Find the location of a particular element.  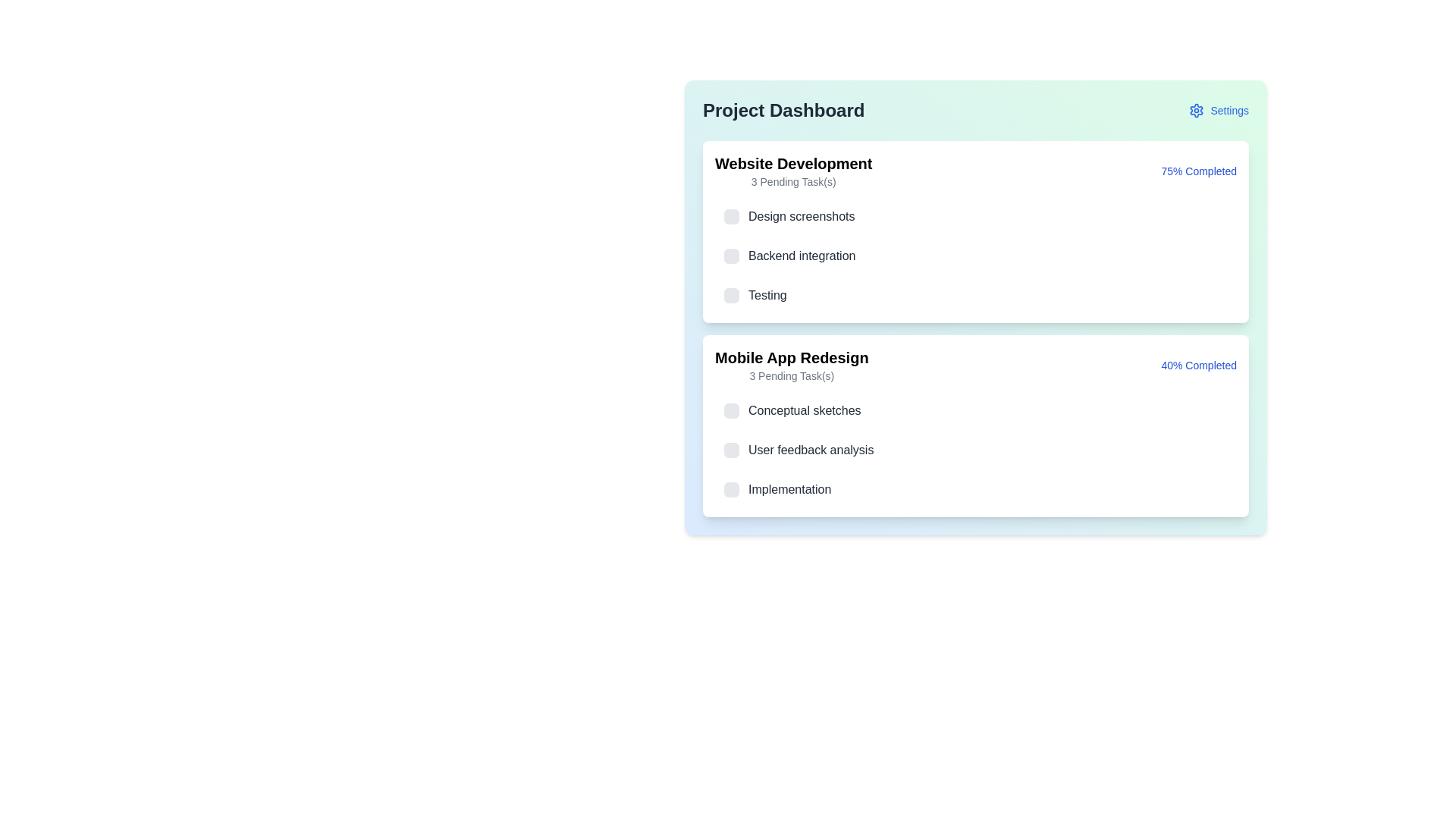

the informational card titled 'Website Development' that contains the subtitle '3 Pending Task(s)' and shows '75% Completed' in the upper-right corner is located at coordinates (975, 231).